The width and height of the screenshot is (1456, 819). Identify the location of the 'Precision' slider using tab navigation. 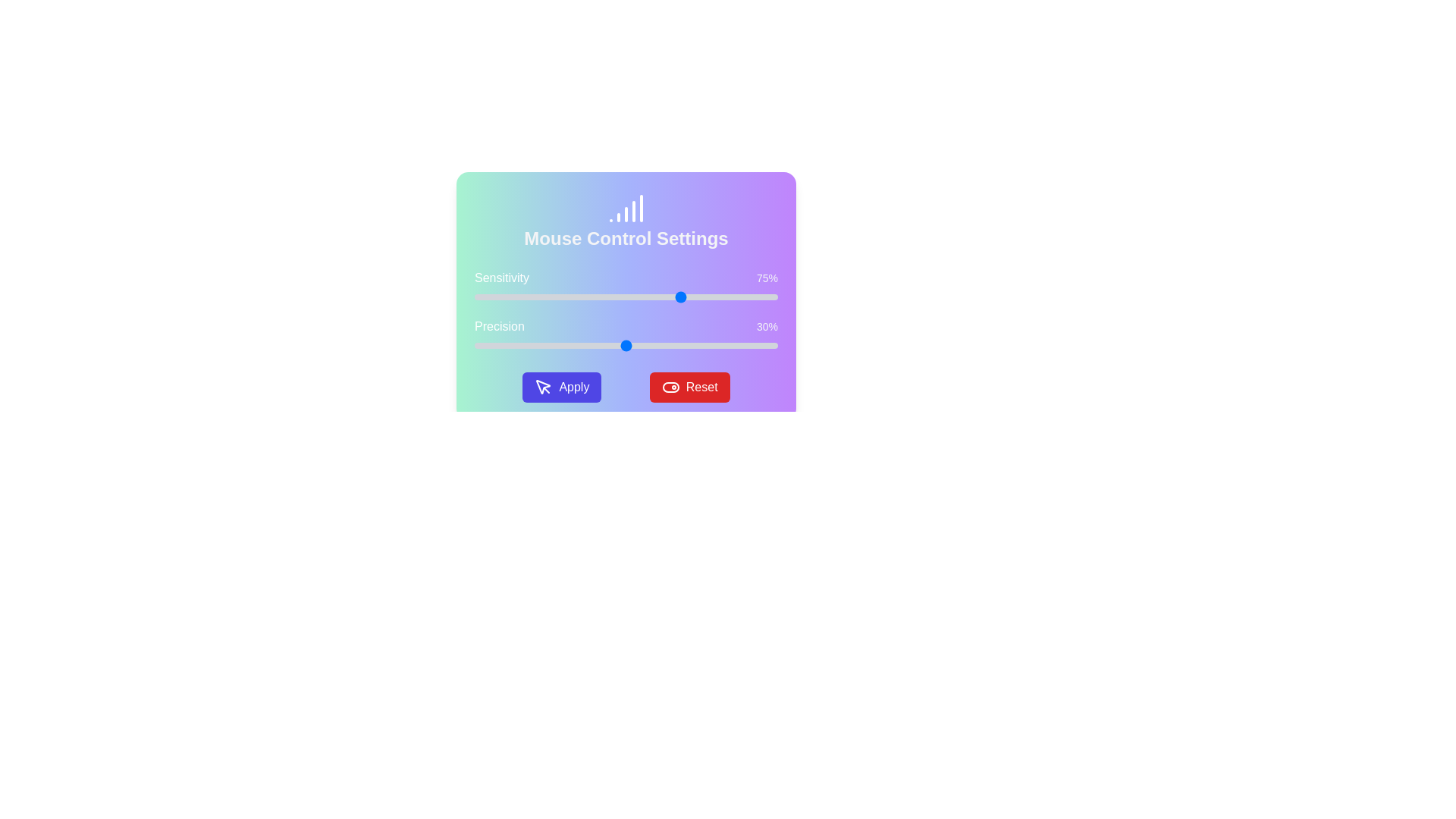
(626, 335).